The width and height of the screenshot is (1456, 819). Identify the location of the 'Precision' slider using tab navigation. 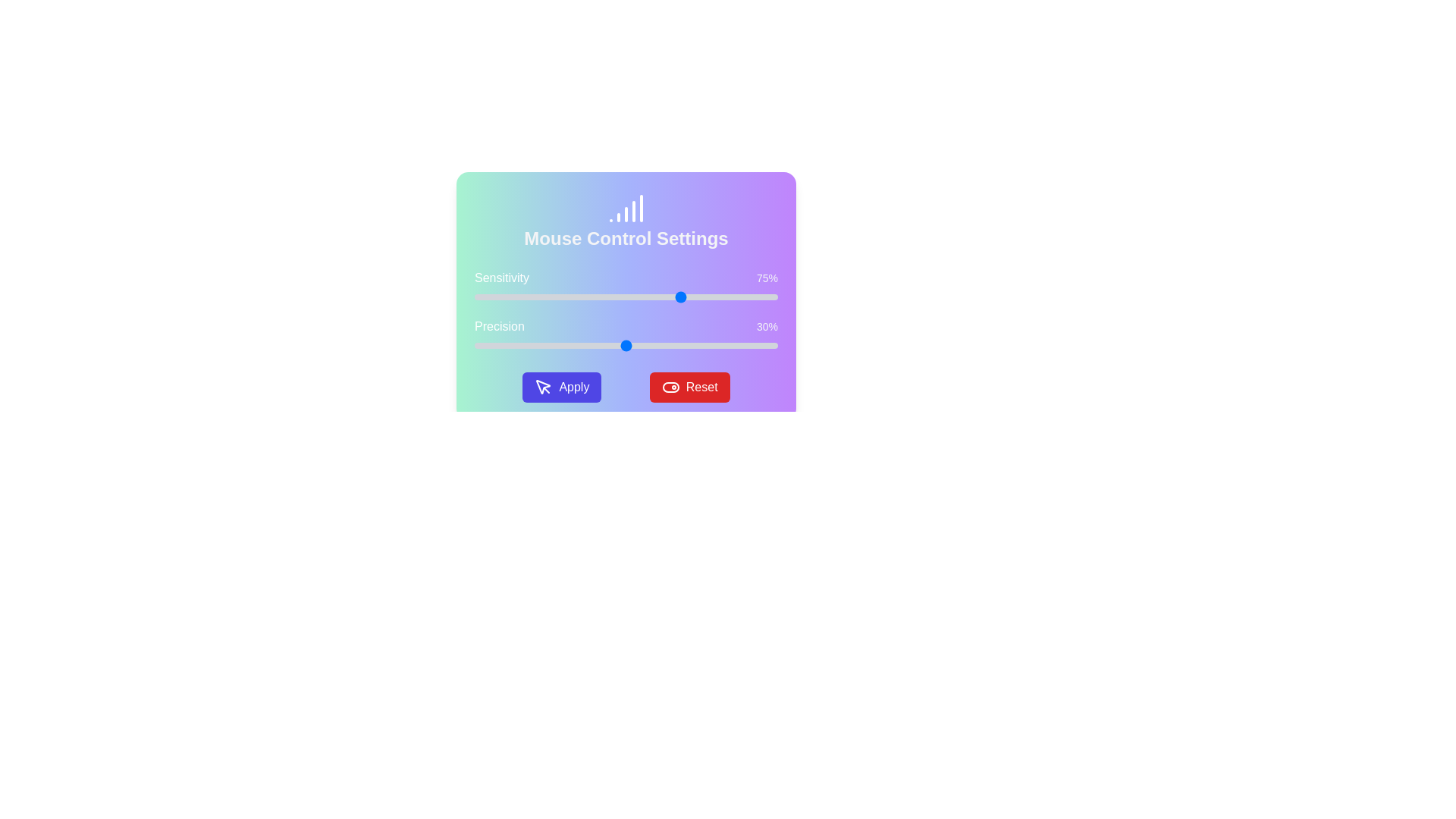
(626, 335).